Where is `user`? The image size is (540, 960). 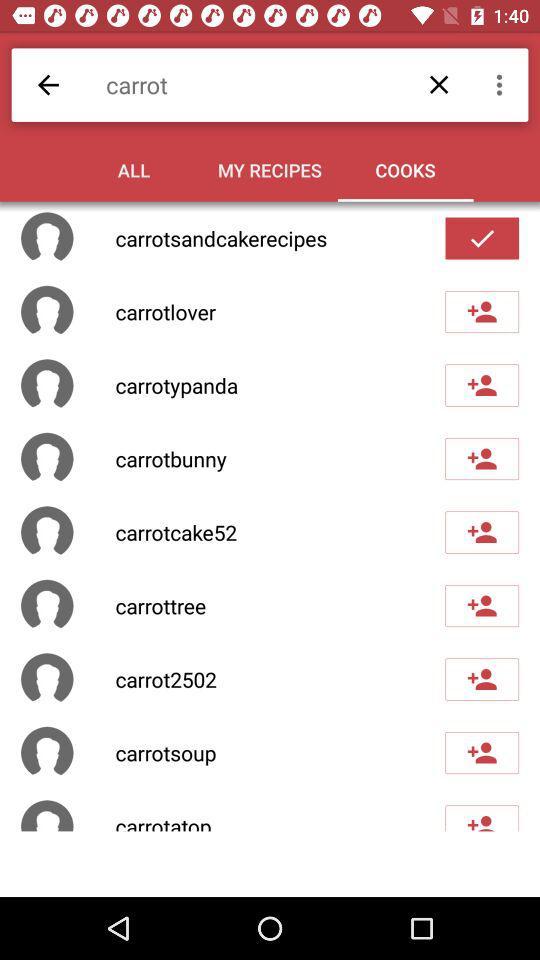 user is located at coordinates (481, 604).